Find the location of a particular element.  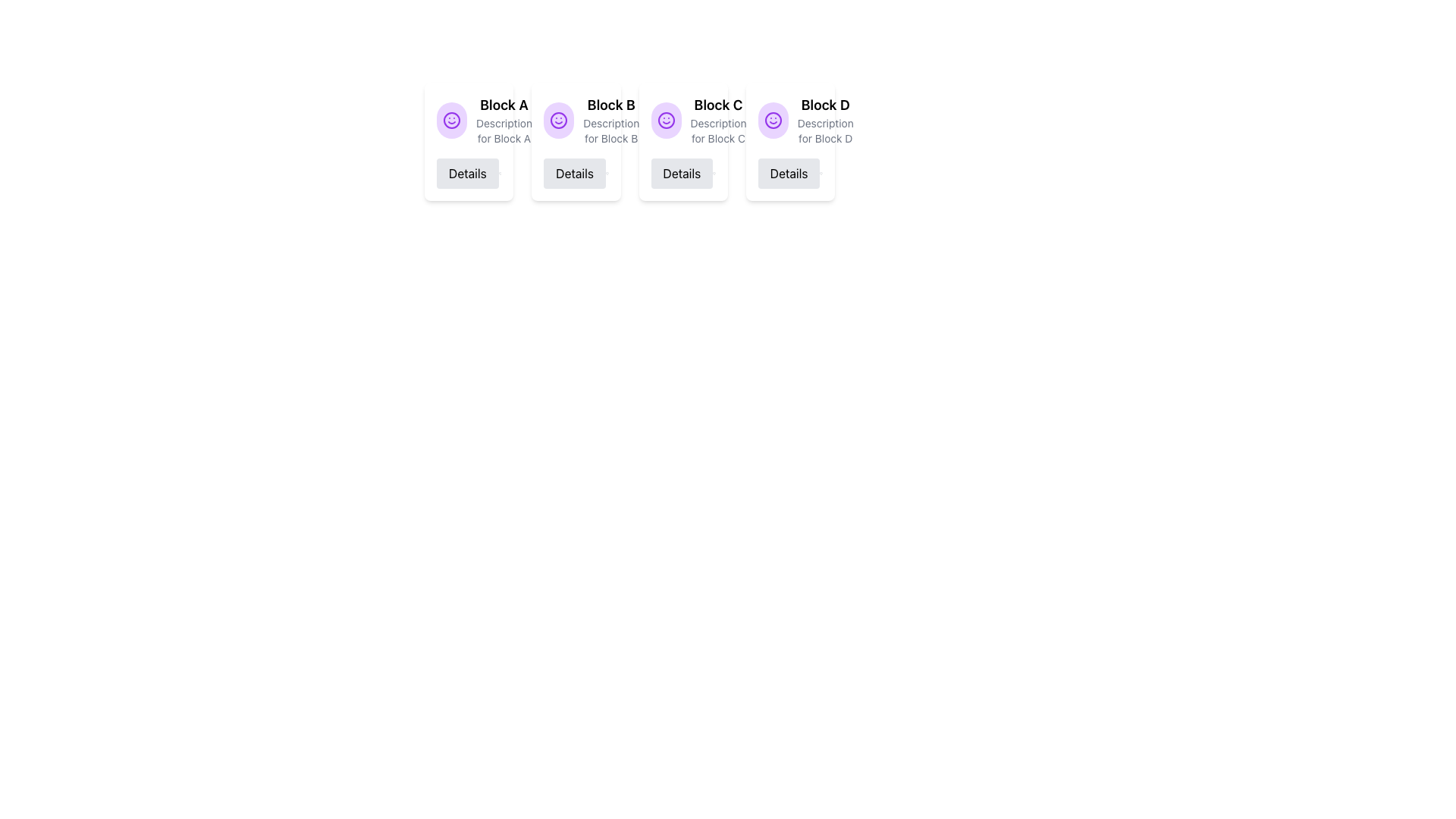

the button located at the bottom of the card labeled 'Block A' is located at coordinates (468, 172).